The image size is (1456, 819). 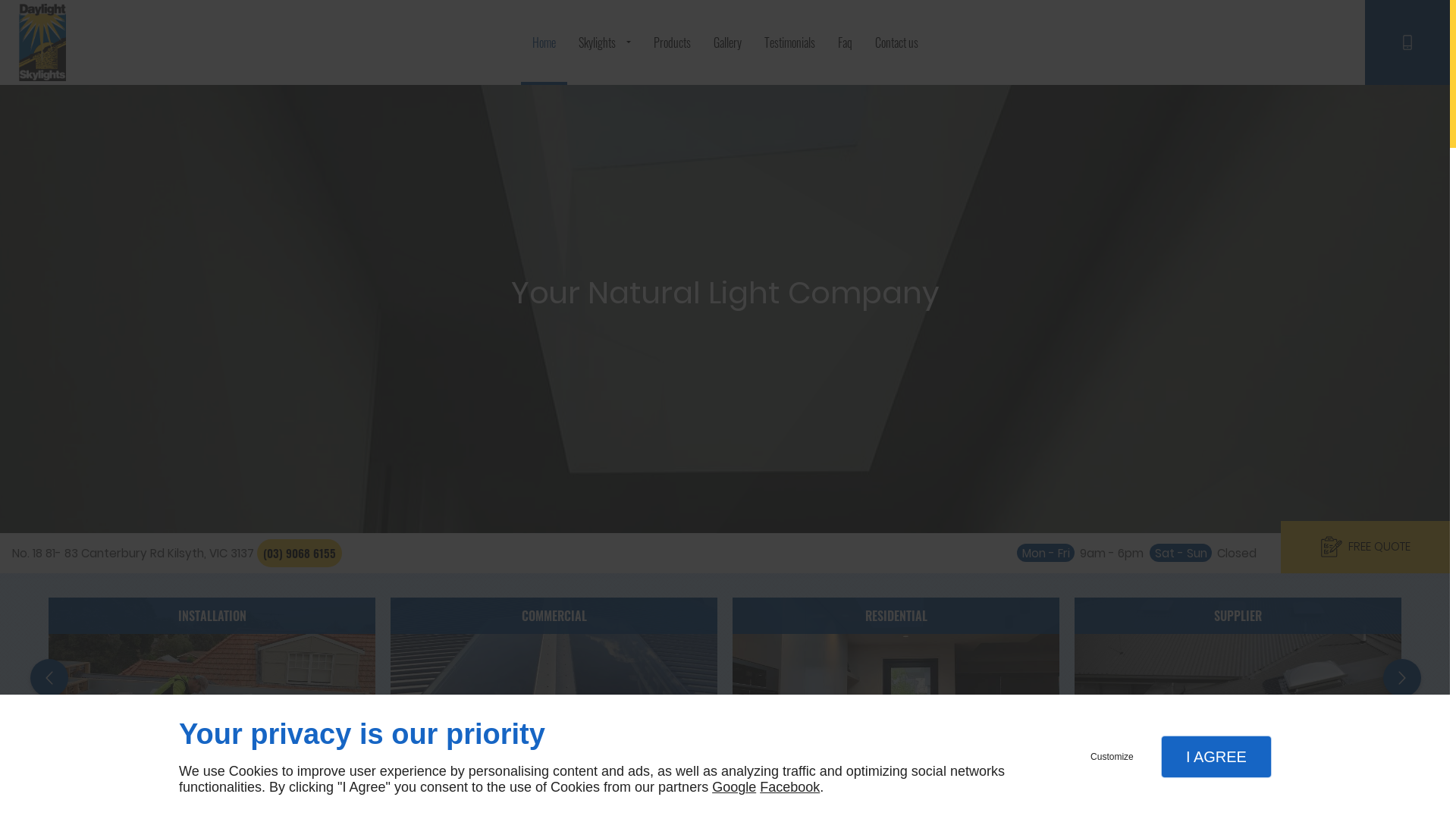 What do you see at coordinates (711, 786) in the screenshot?
I see `'Google'` at bounding box center [711, 786].